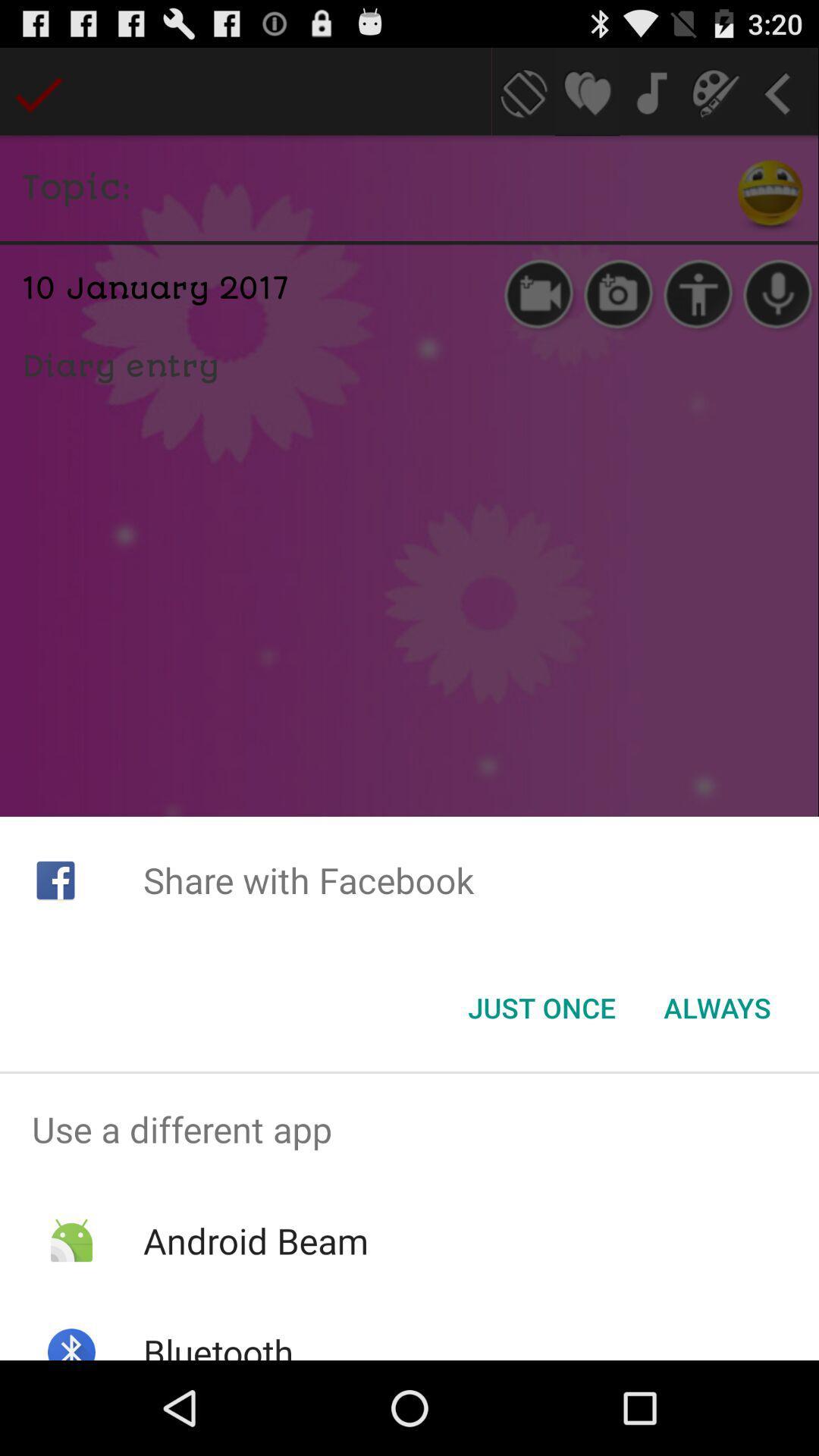  I want to click on the button to the right of just once button, so click(717, 1008).